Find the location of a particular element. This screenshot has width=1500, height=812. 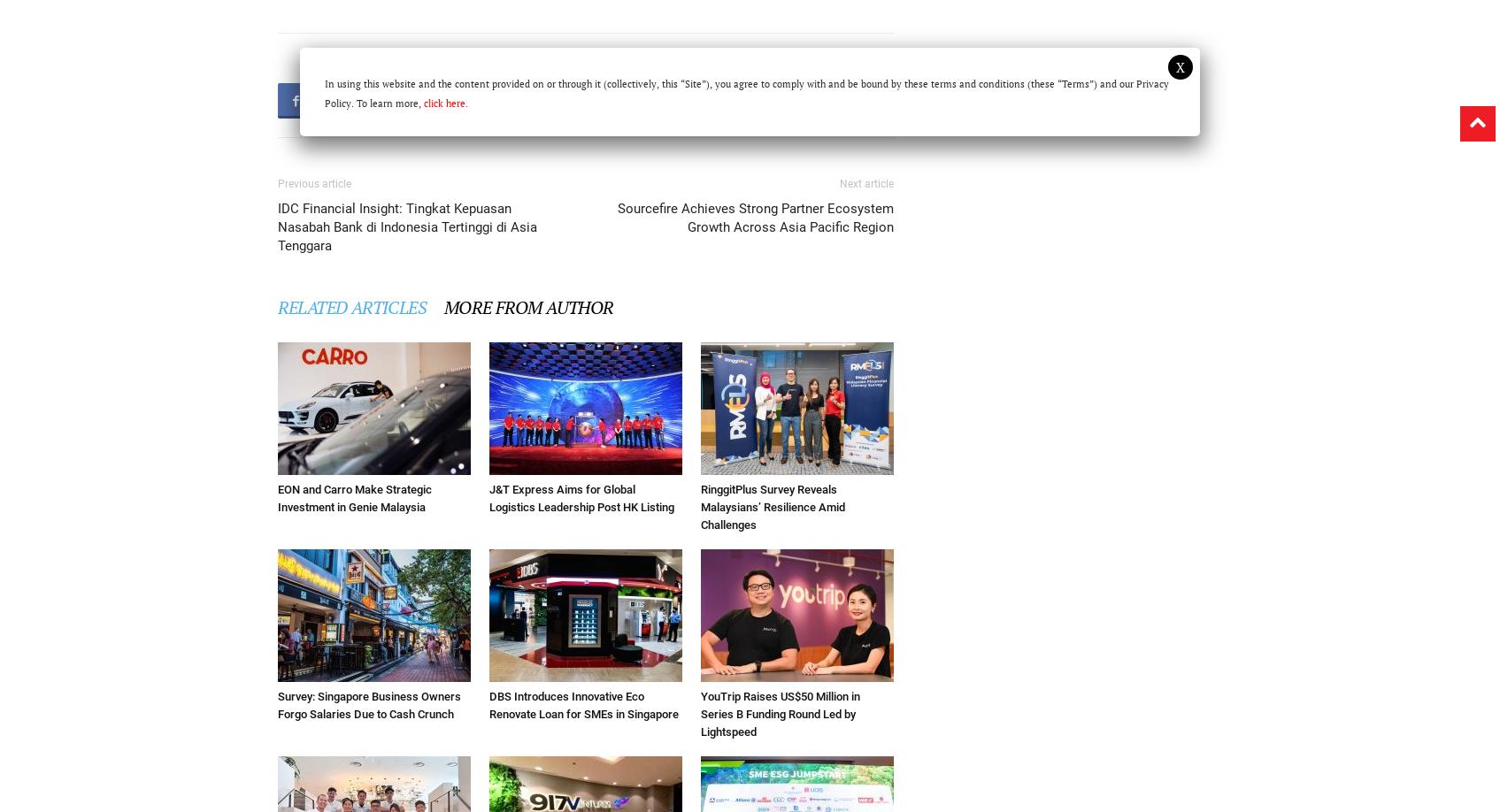

'YouTrip Raises US$50 Million in Series B Funding Round Led by Lightspeed' is located at coordinates (779, 713).